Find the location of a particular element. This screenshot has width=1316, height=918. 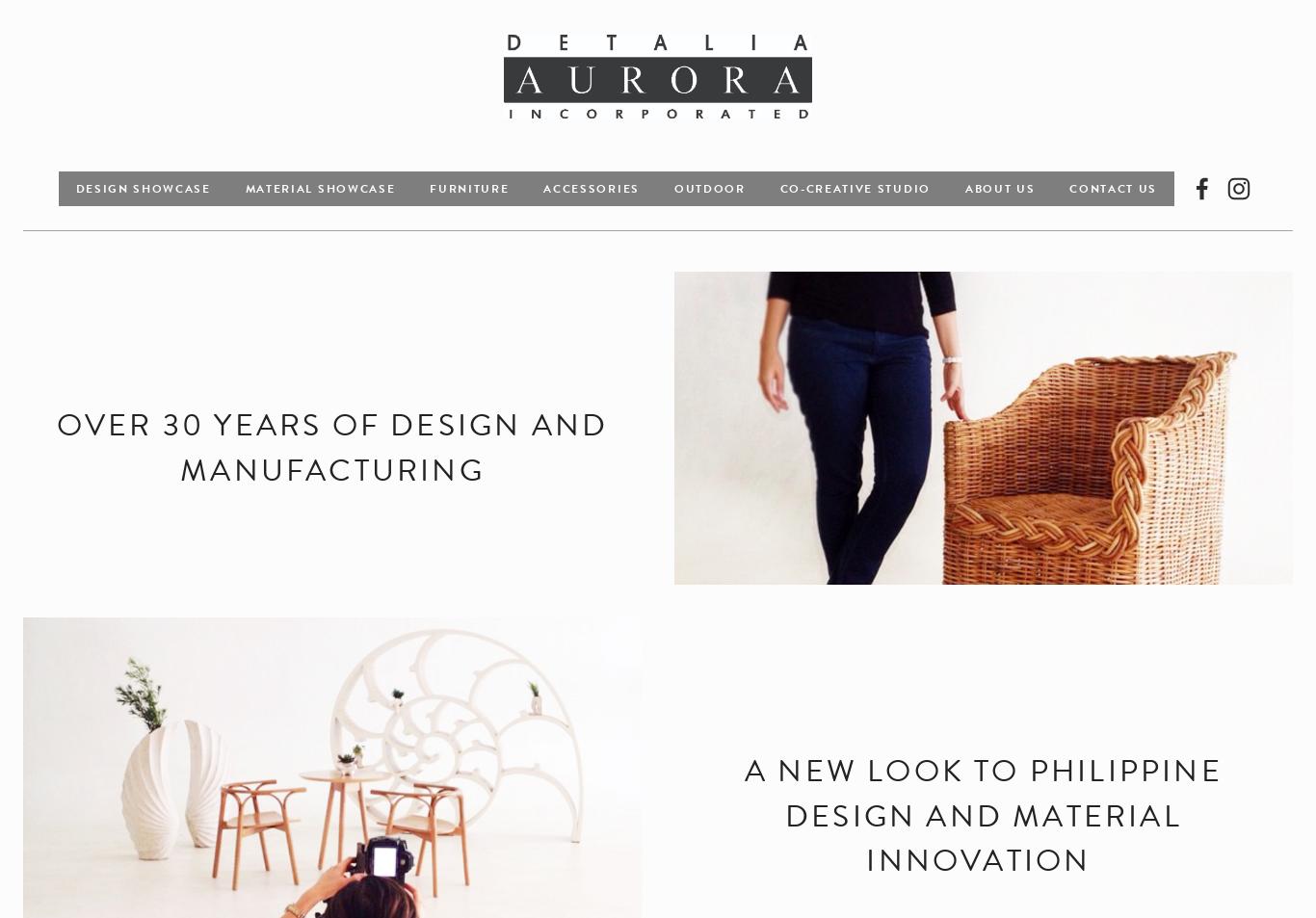

'Co-creative Studio' is located at coordinates (777, 186).